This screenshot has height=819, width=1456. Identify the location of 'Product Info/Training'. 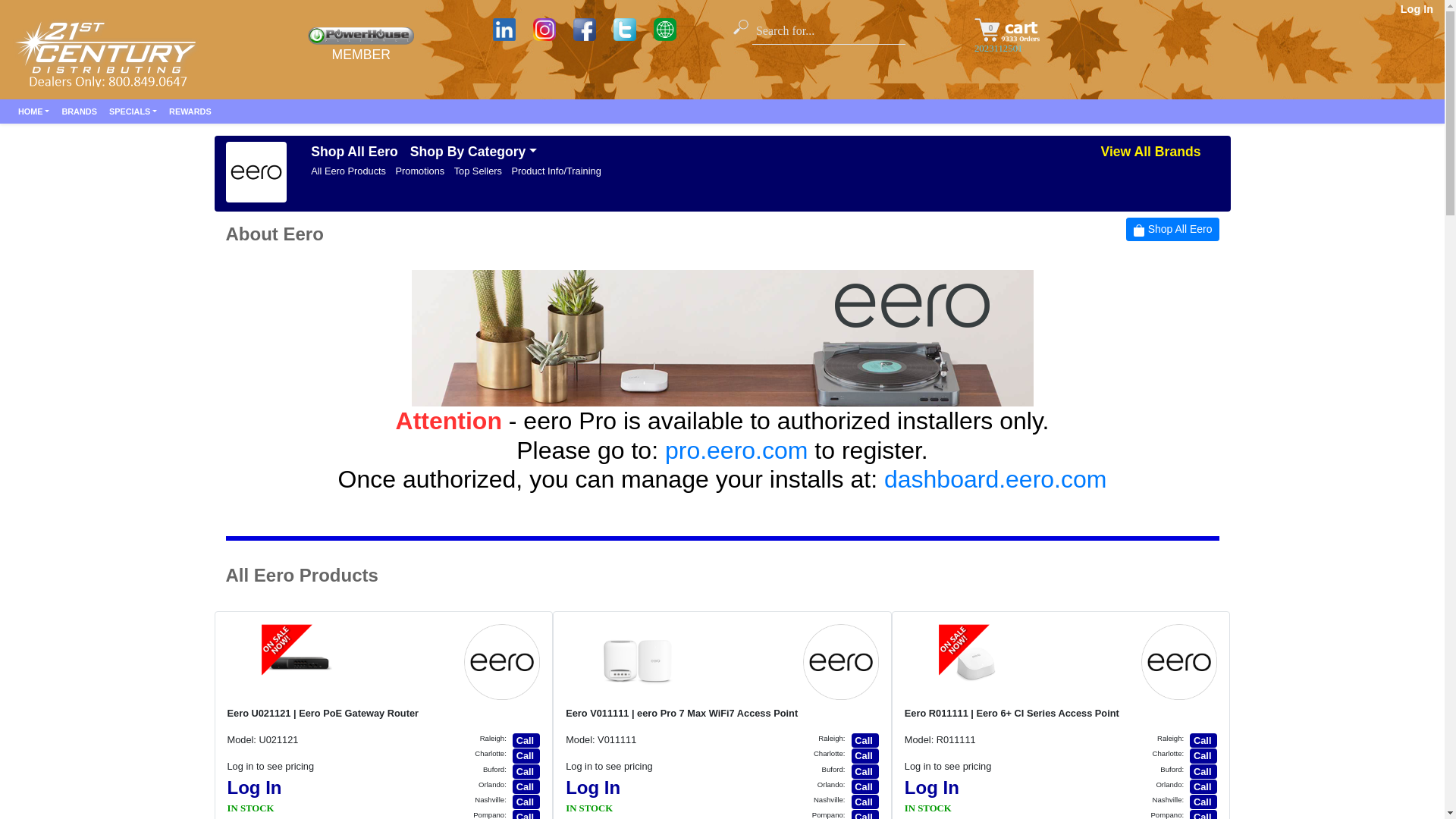
(555, 171).